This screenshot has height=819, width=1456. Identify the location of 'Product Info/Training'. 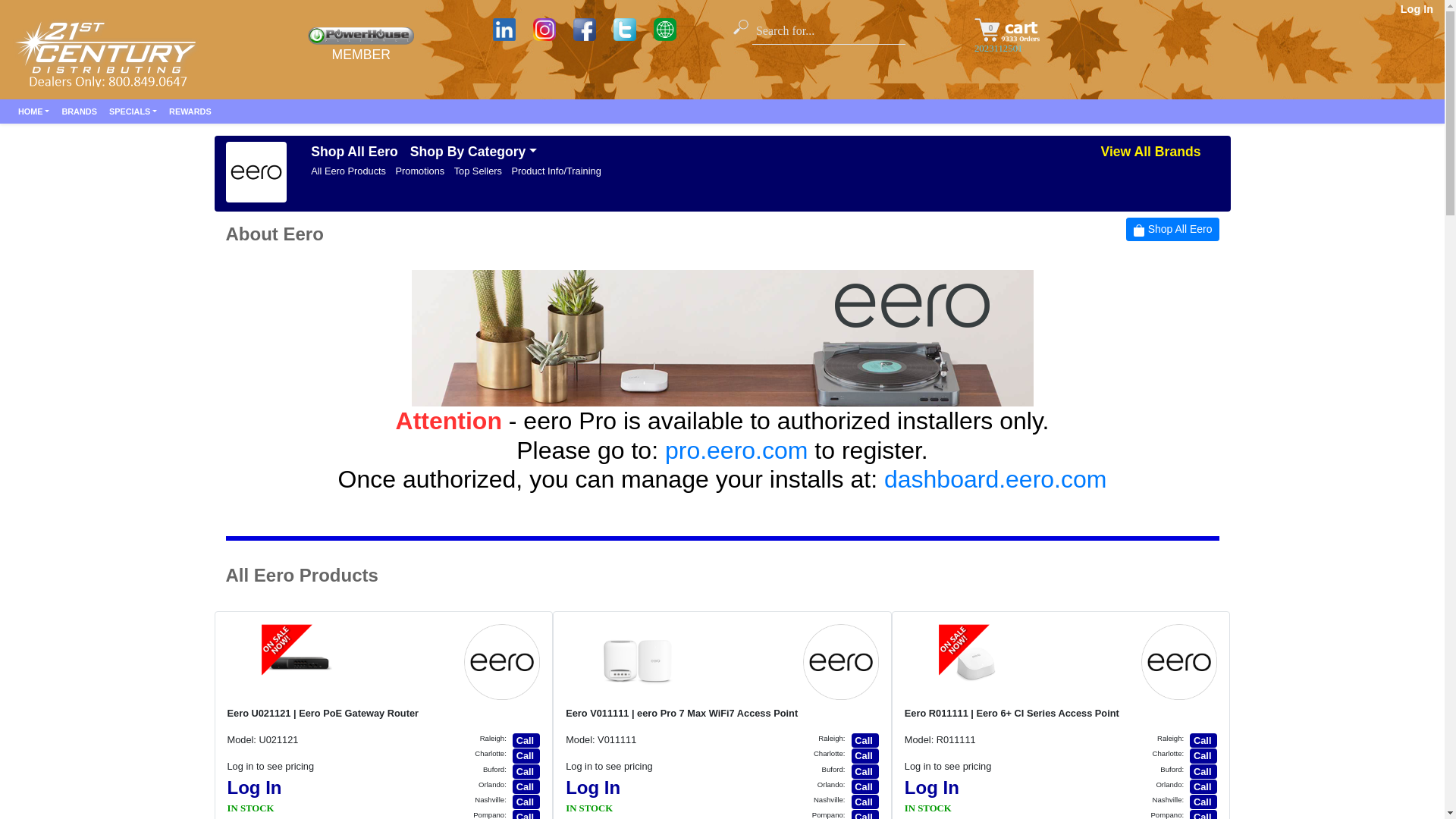
(555, 171).